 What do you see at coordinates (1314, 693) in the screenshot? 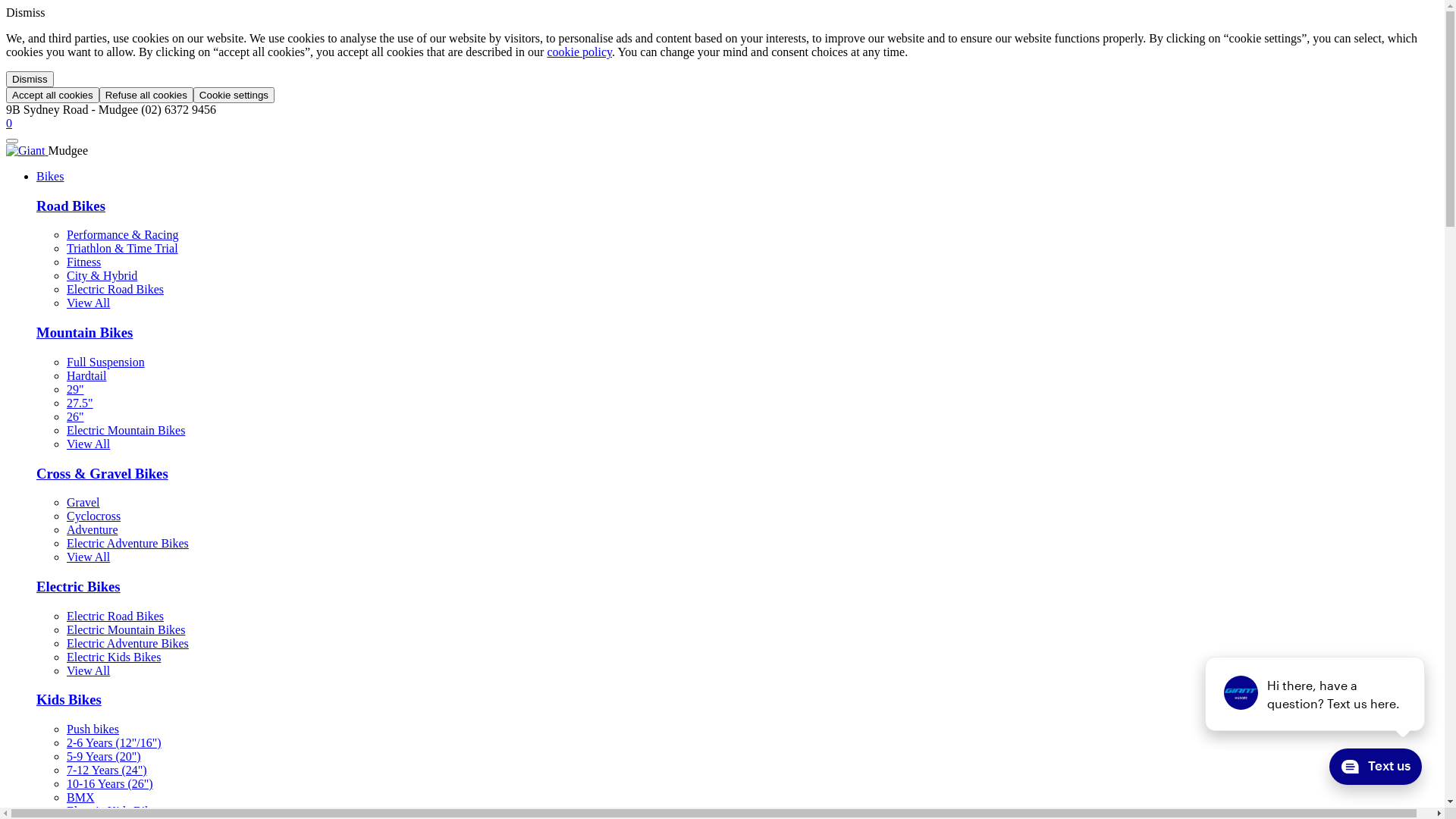
I see `'podium webchat widget prompt'` at bounding box center [1314, 693].